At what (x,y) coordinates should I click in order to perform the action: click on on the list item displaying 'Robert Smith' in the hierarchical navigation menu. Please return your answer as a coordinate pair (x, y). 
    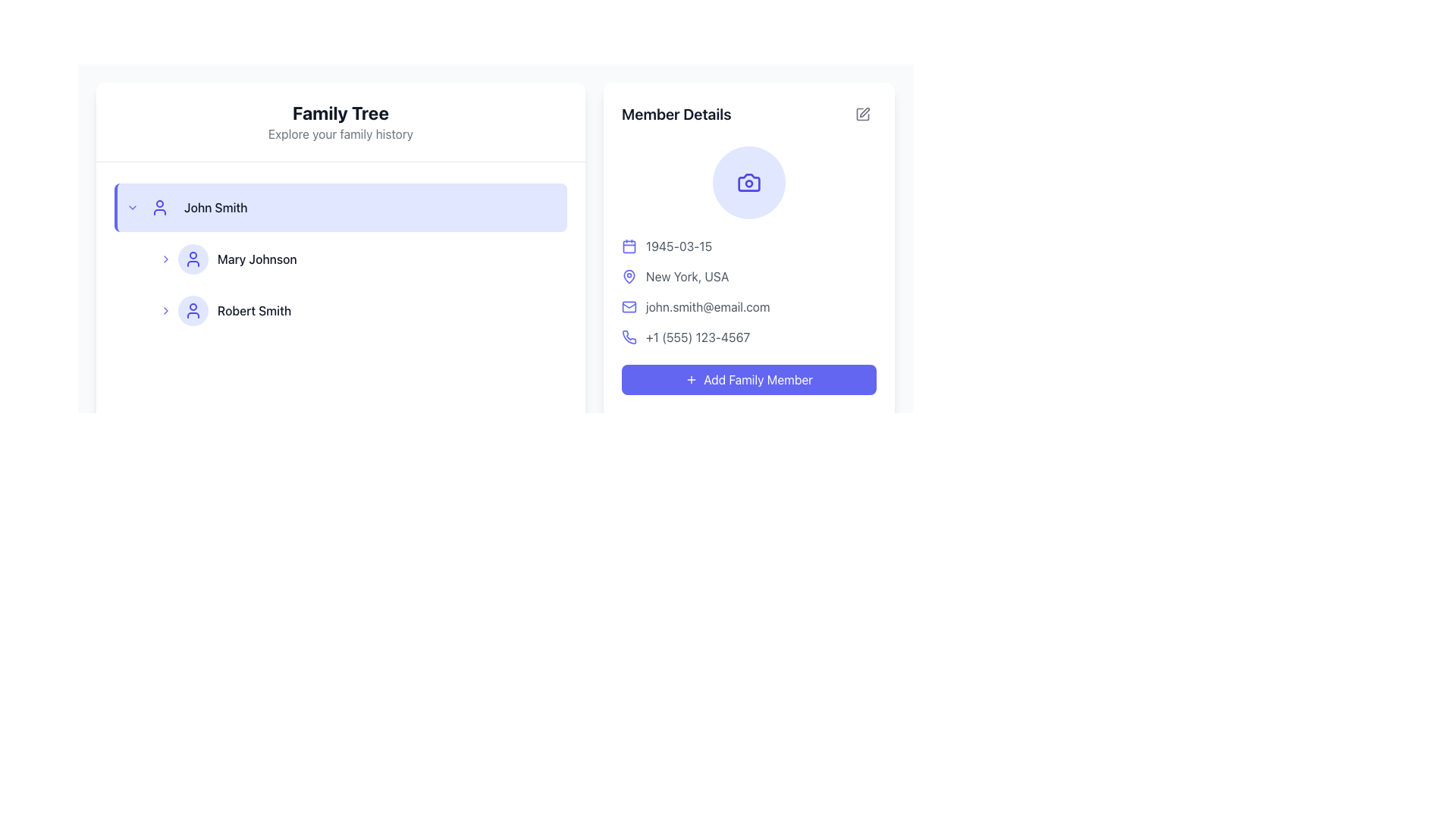
    Looking at the image, I should click on (358, 309).